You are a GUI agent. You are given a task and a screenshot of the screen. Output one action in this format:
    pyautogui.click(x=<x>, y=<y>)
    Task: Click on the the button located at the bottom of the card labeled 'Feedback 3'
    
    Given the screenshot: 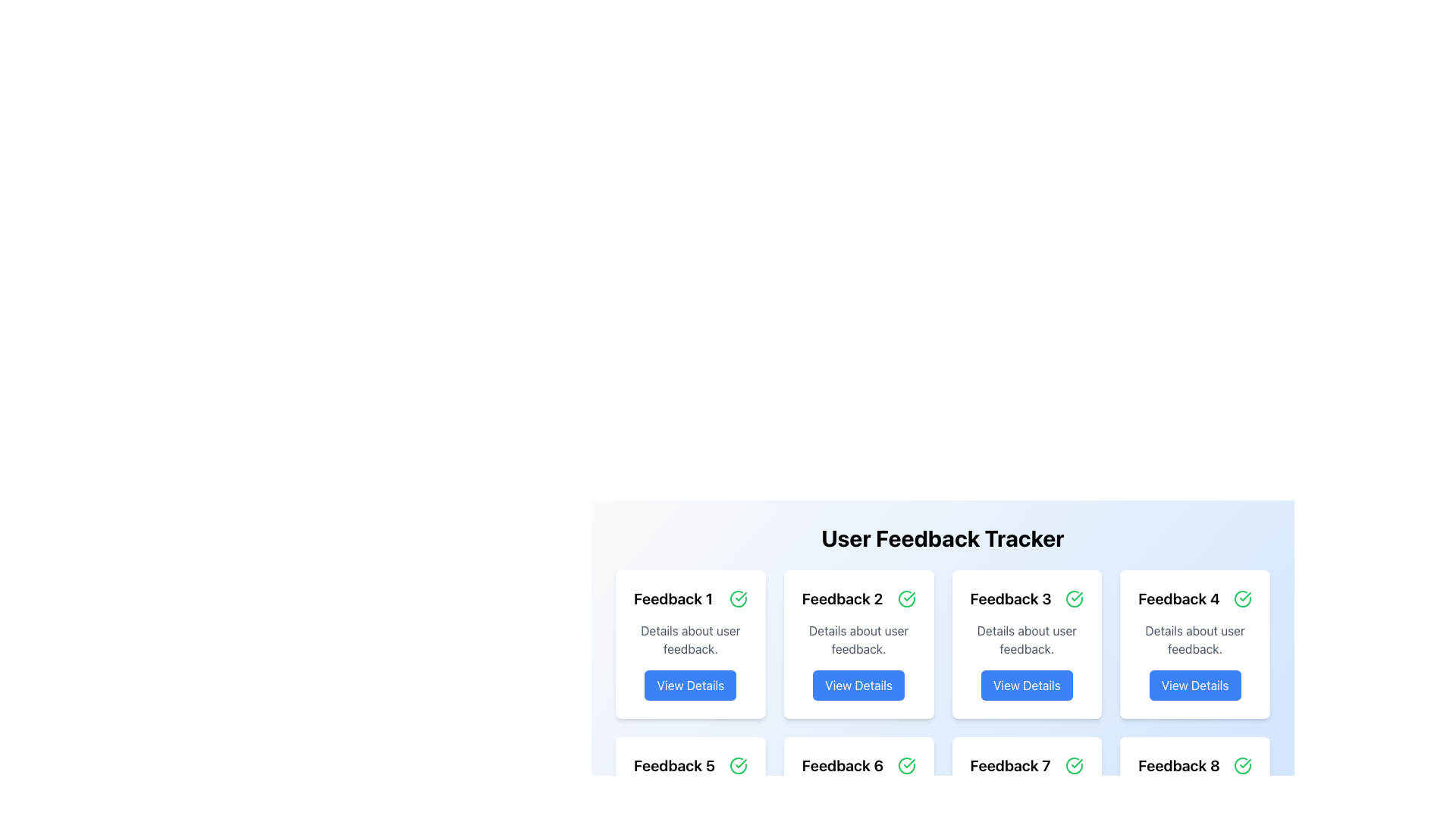 What is the action you would take?
    pyautogui.click(x=1027, y=685)
    